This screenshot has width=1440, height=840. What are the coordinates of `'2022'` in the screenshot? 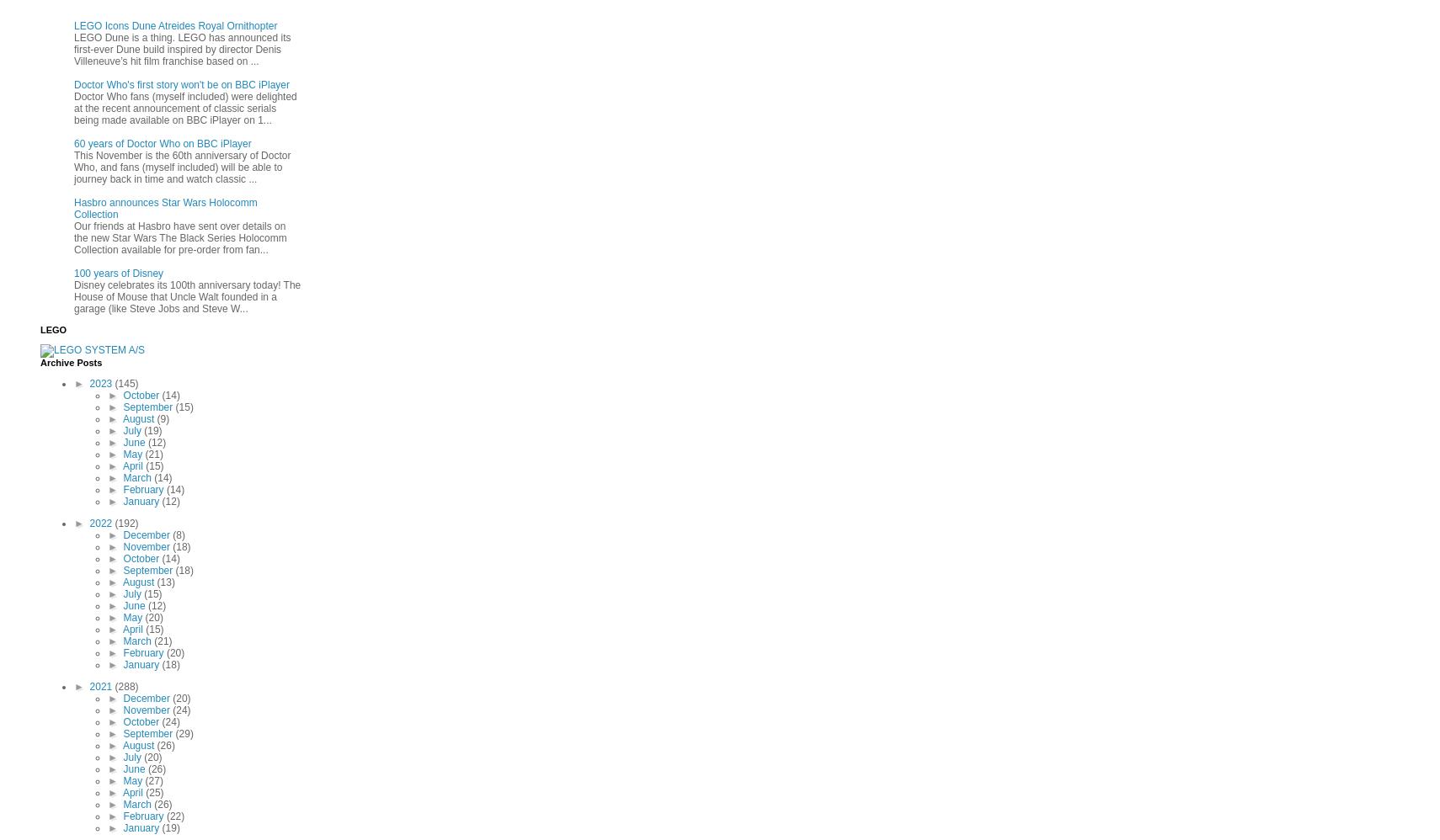 It's located at (101, 523).